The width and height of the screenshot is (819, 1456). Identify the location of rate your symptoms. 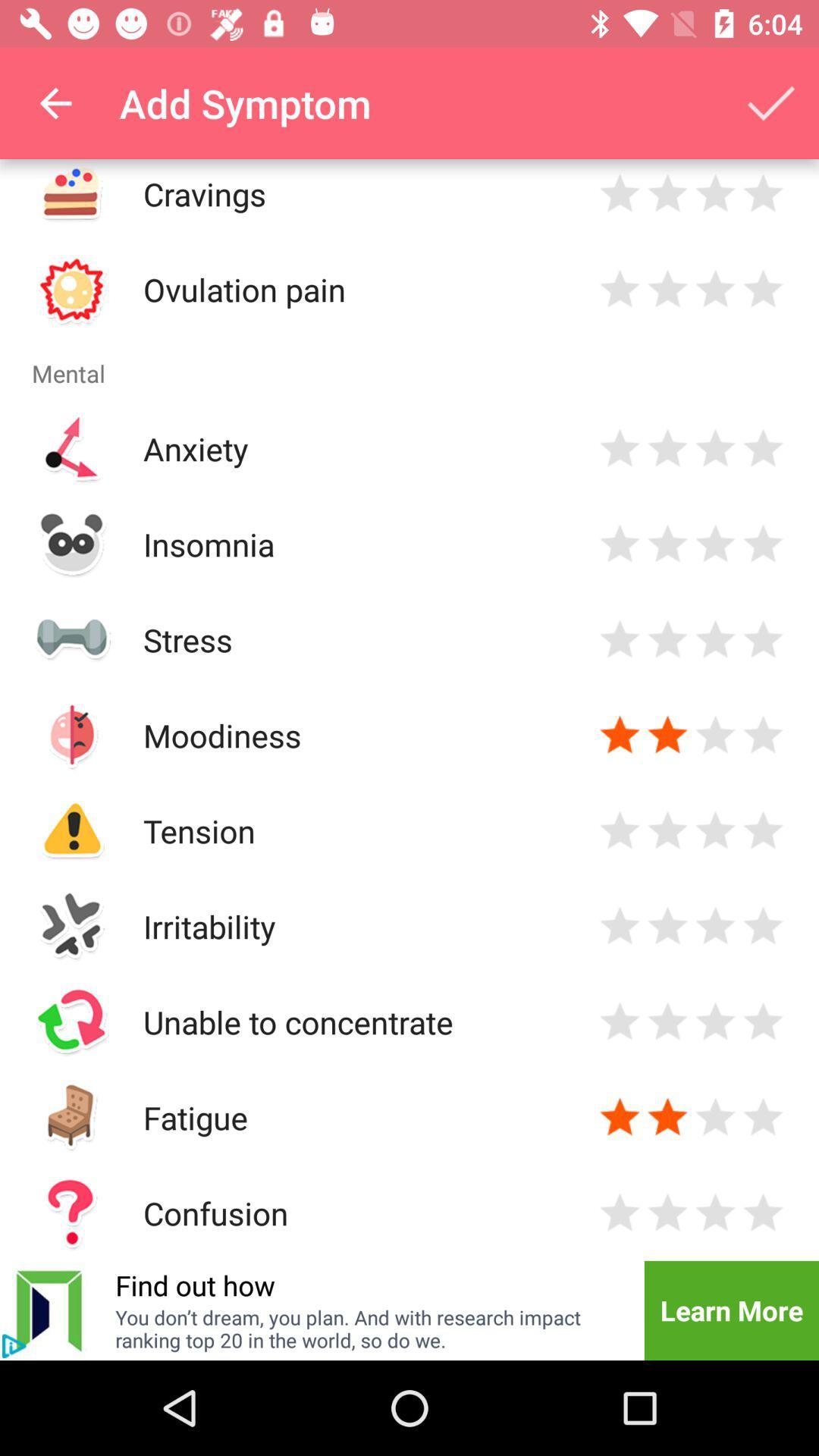
(620, 289).